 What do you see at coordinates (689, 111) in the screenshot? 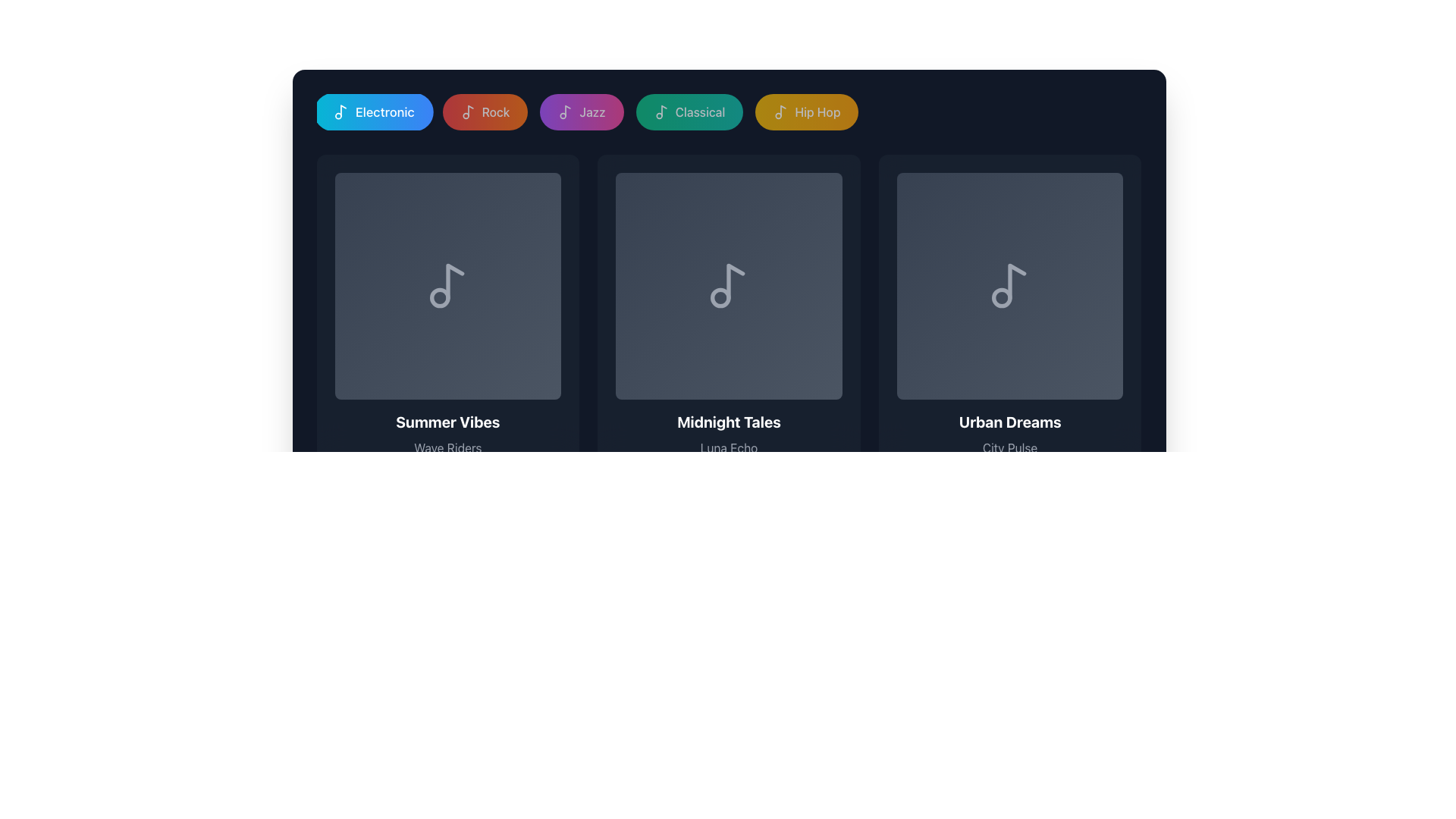
I see `the 'Classical' button, which is the fourth button in a row of genre buttons, styled with a gradient background and an icon resembling a musical note` at bounding box center [689, 111].